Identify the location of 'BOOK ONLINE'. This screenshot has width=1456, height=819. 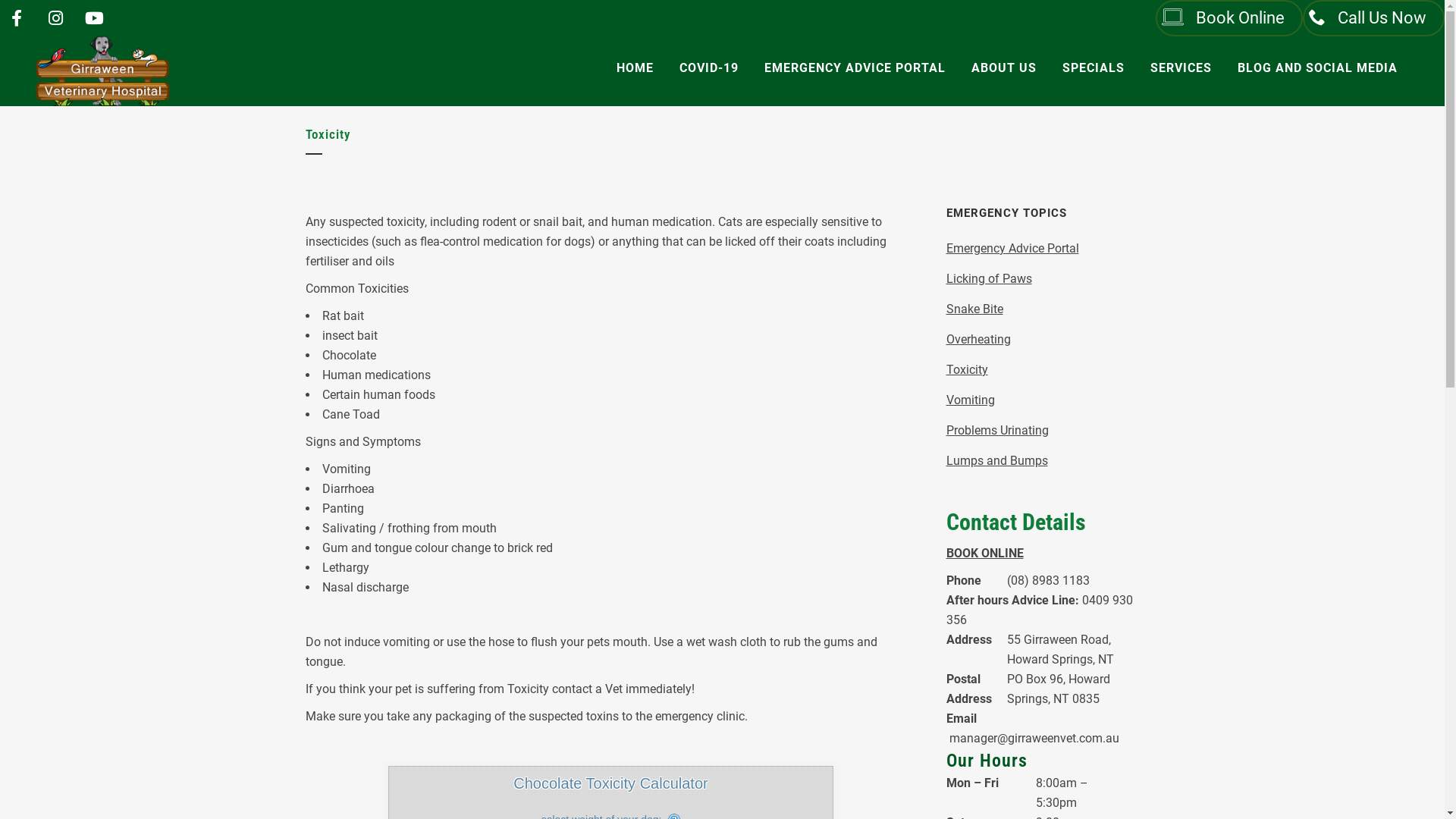
(985, 553).